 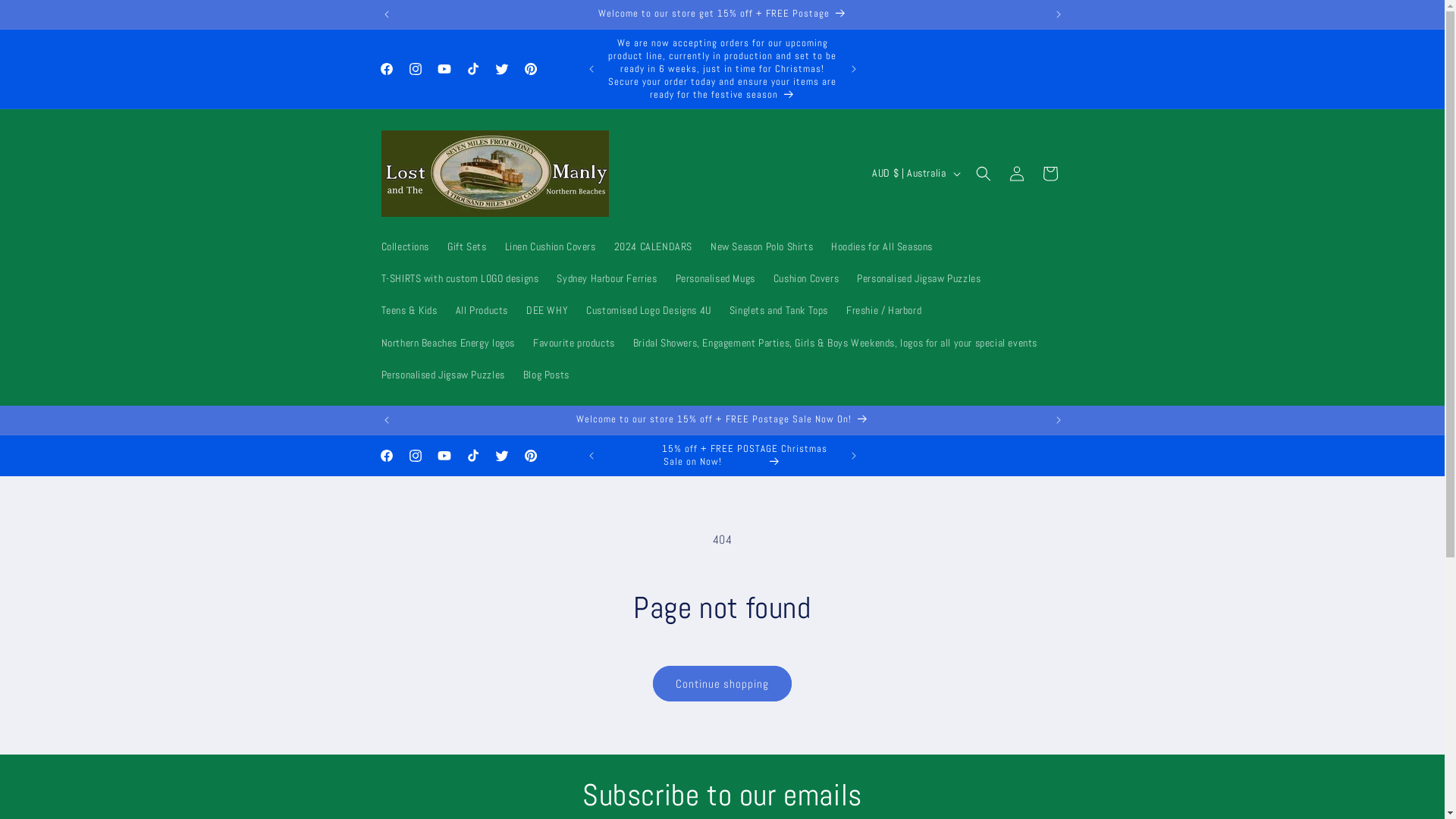 What do you see at coordinates (714, 278) in the screenshot?
I see `'Personalised Mugs'` at bounding box center [714, 278].